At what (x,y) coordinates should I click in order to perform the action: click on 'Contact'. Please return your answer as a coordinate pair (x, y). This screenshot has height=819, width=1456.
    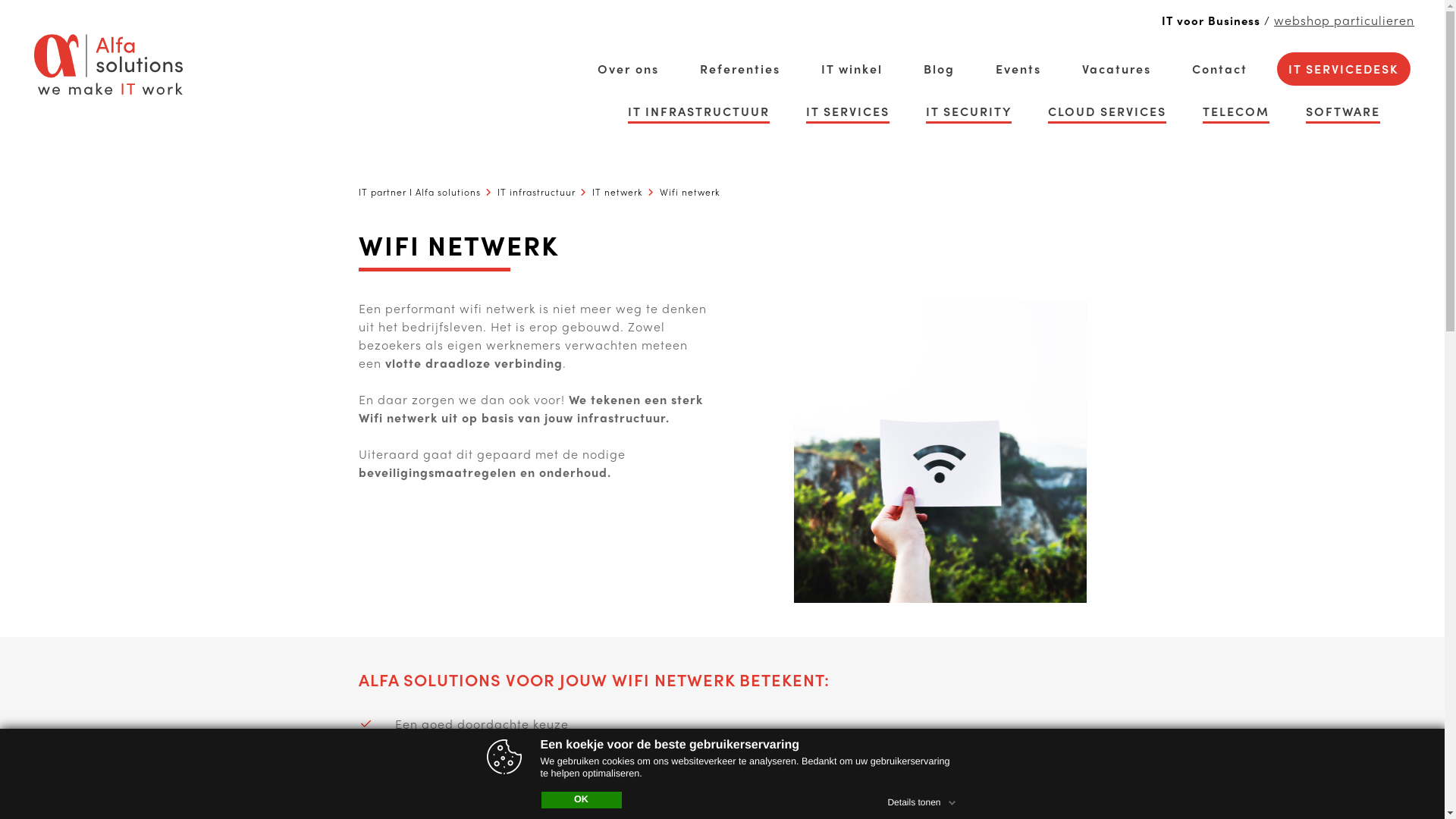
    Looking at the image, I should click on (1219, 69).